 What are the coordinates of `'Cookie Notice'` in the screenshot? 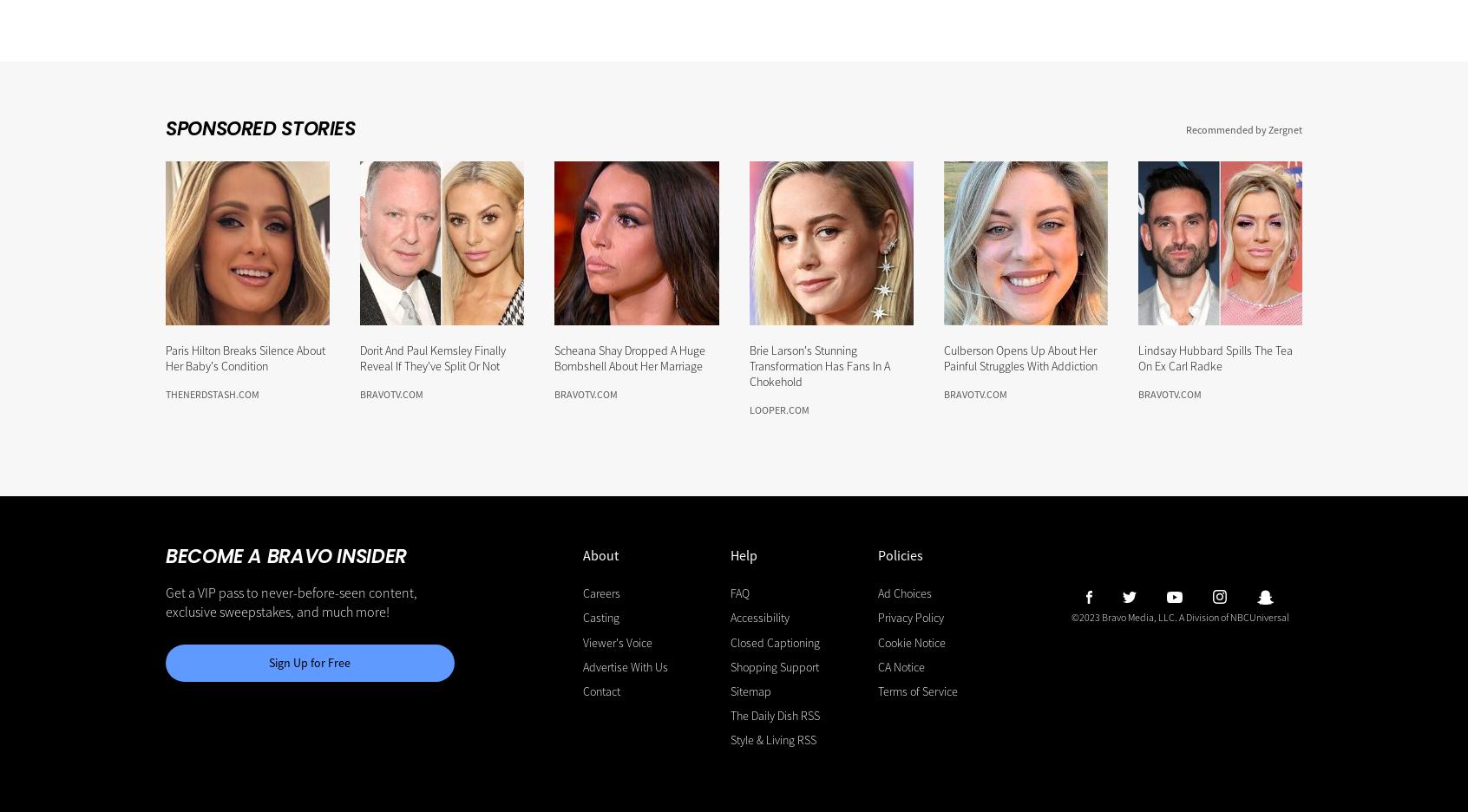 It's located at (876, 641).